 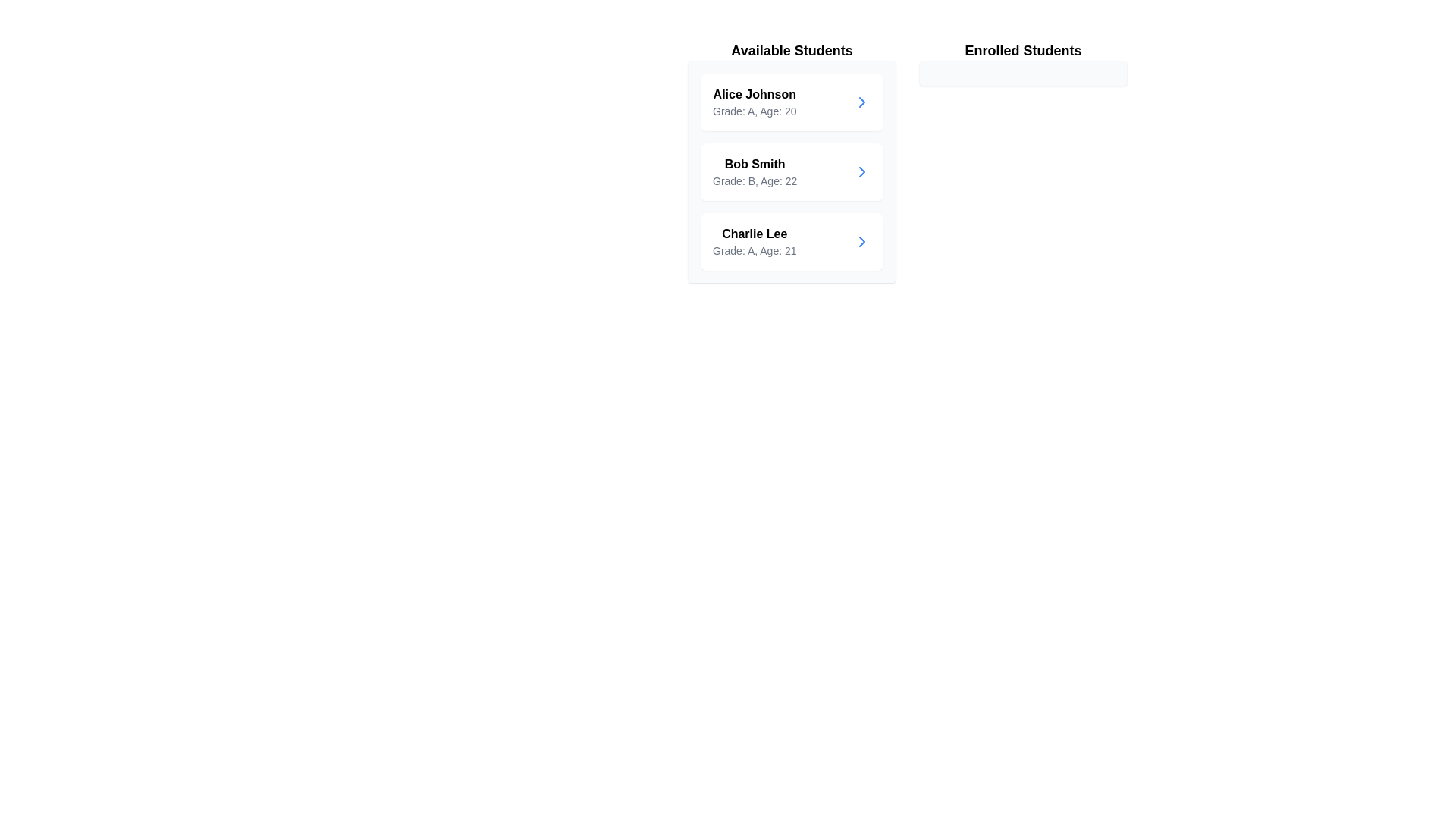 I want to click on transfer button for the student Charlie Lee to move them to the enrolled list, so click(x=862, y=241).